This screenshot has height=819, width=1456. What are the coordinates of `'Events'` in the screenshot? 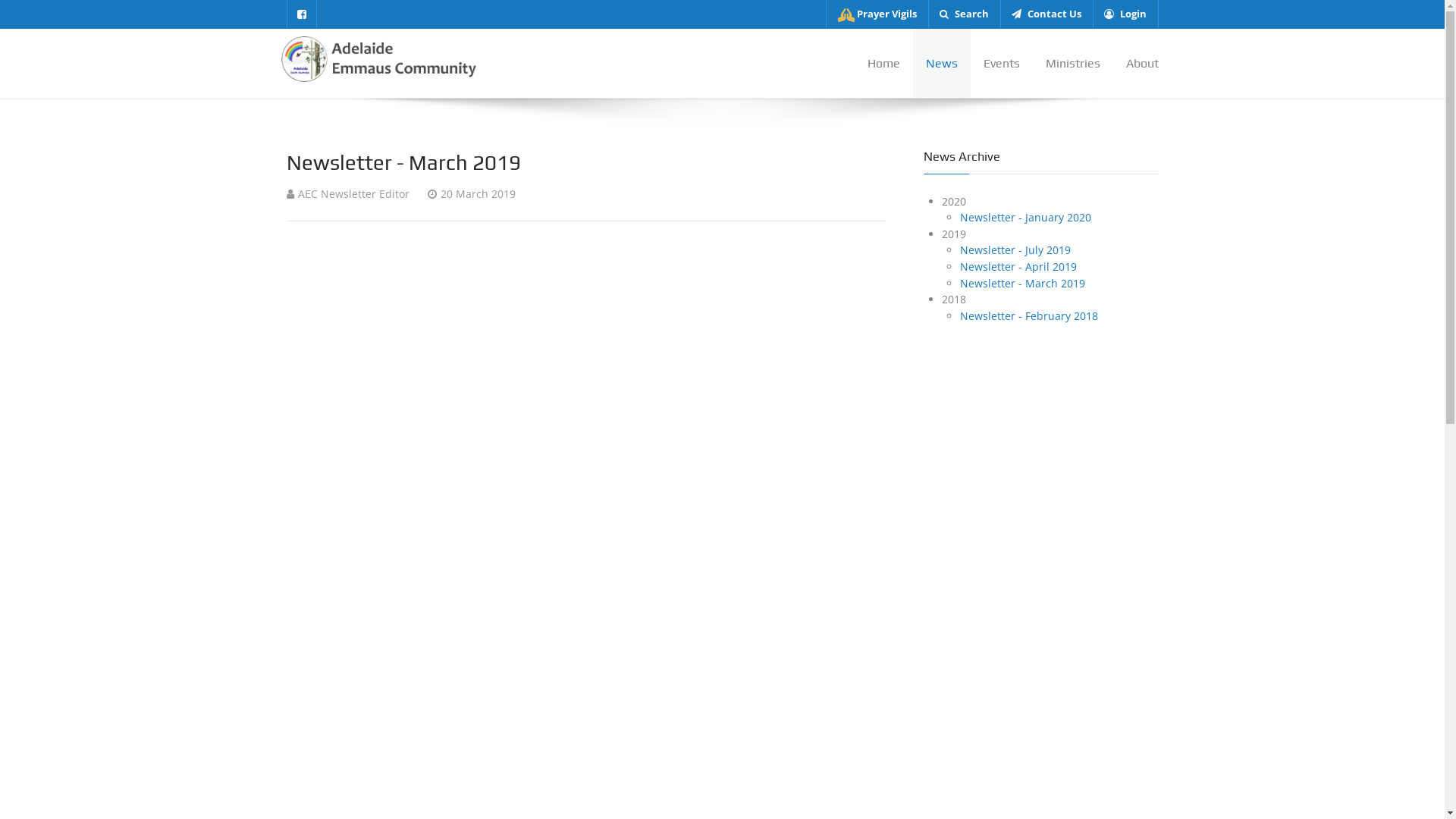 It's located at (1001, 62).